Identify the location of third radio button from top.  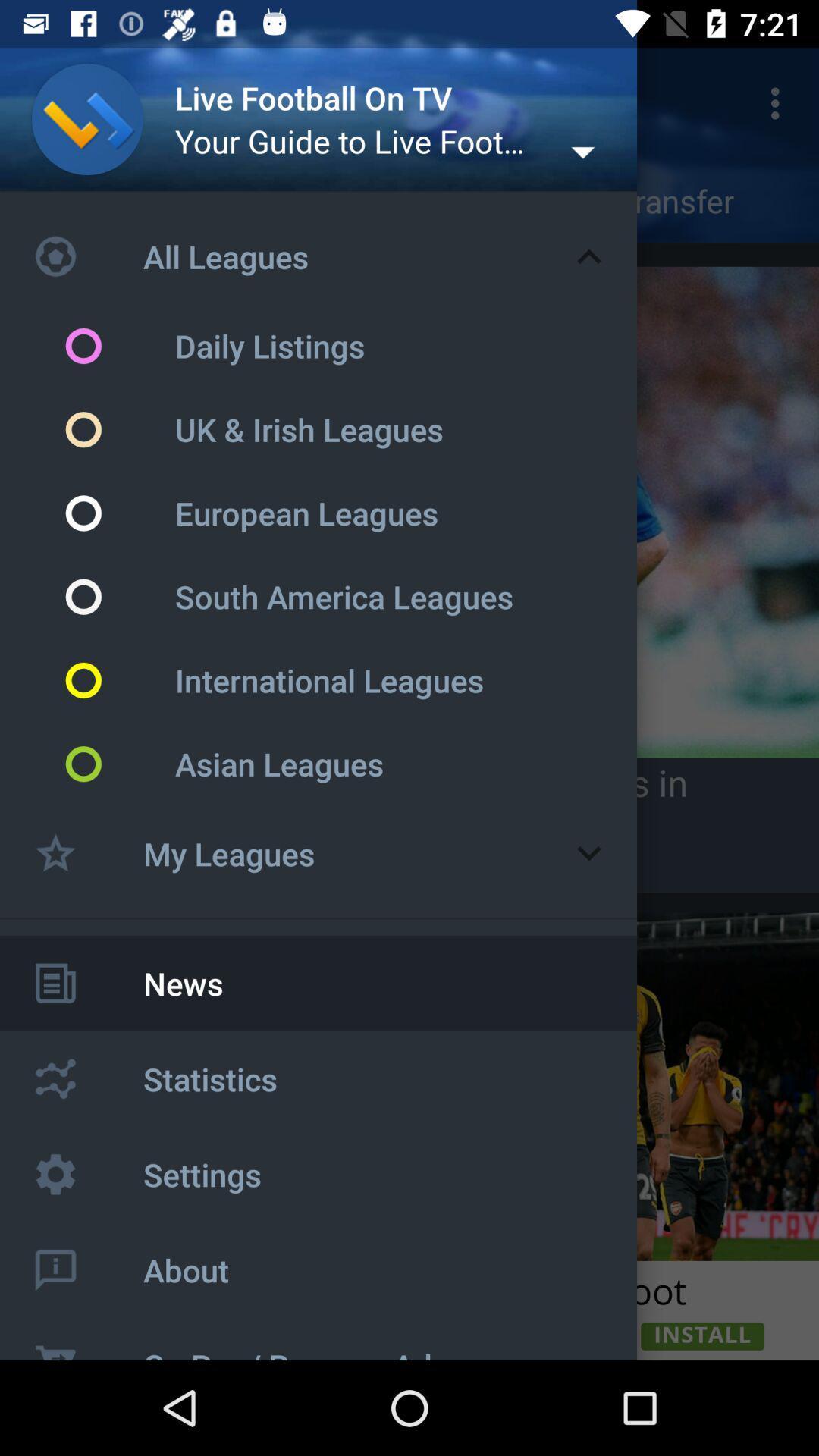
(118, 513).